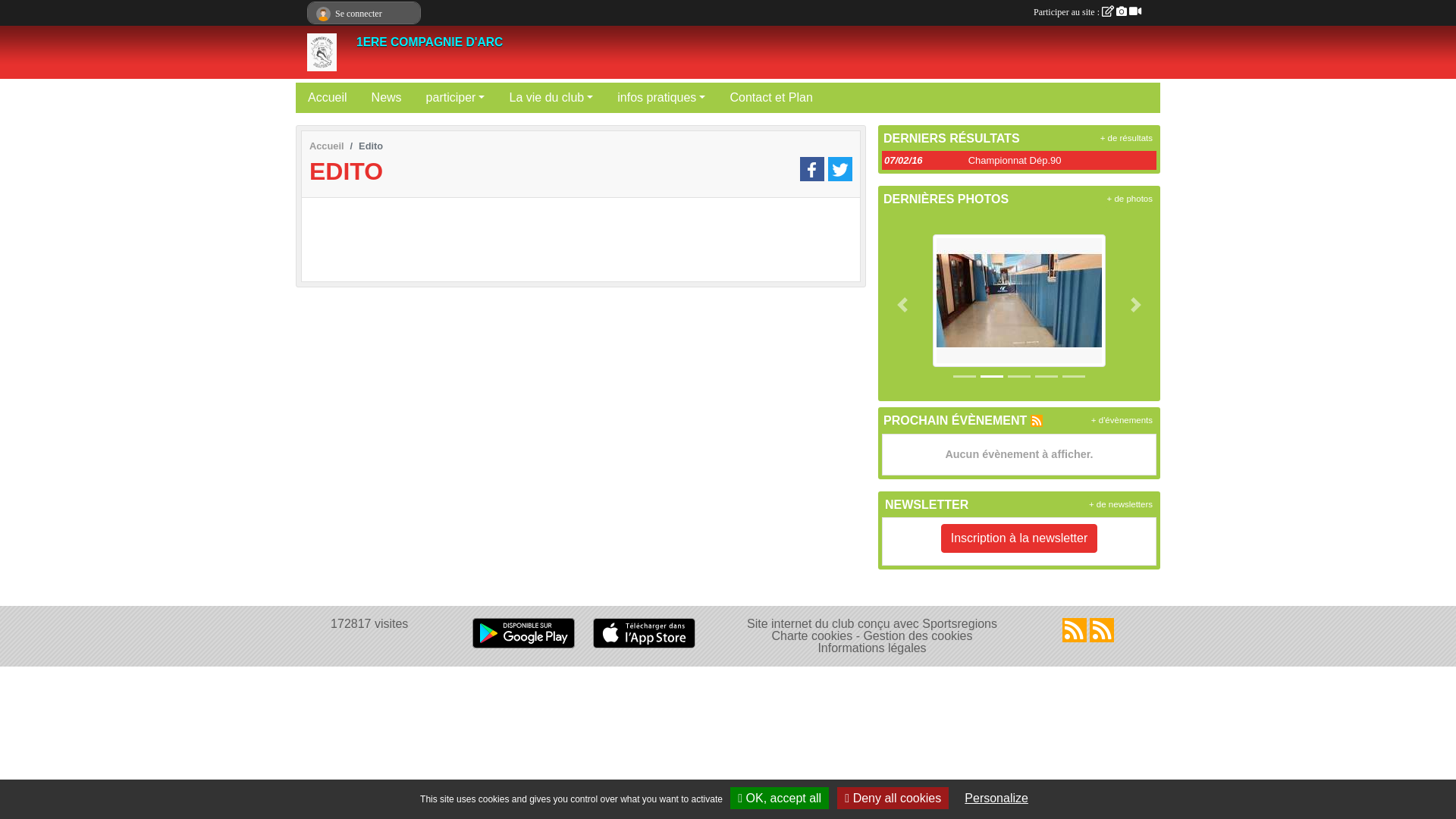  Describe the element at coordinates (811, 635) in the screenshot. I see `'Charte cookies'` at that location.